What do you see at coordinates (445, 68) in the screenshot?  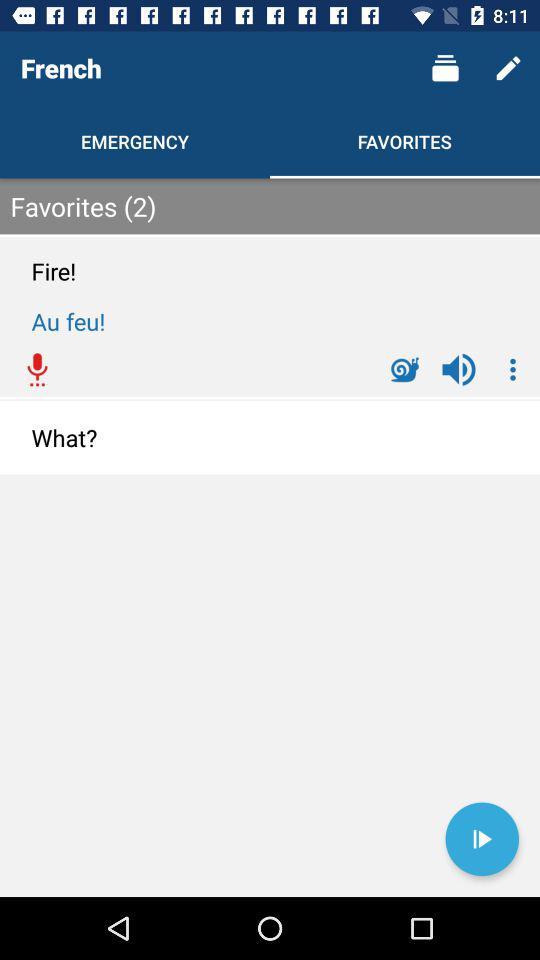 I see `icon next to french` at bounding box center [445, 68].